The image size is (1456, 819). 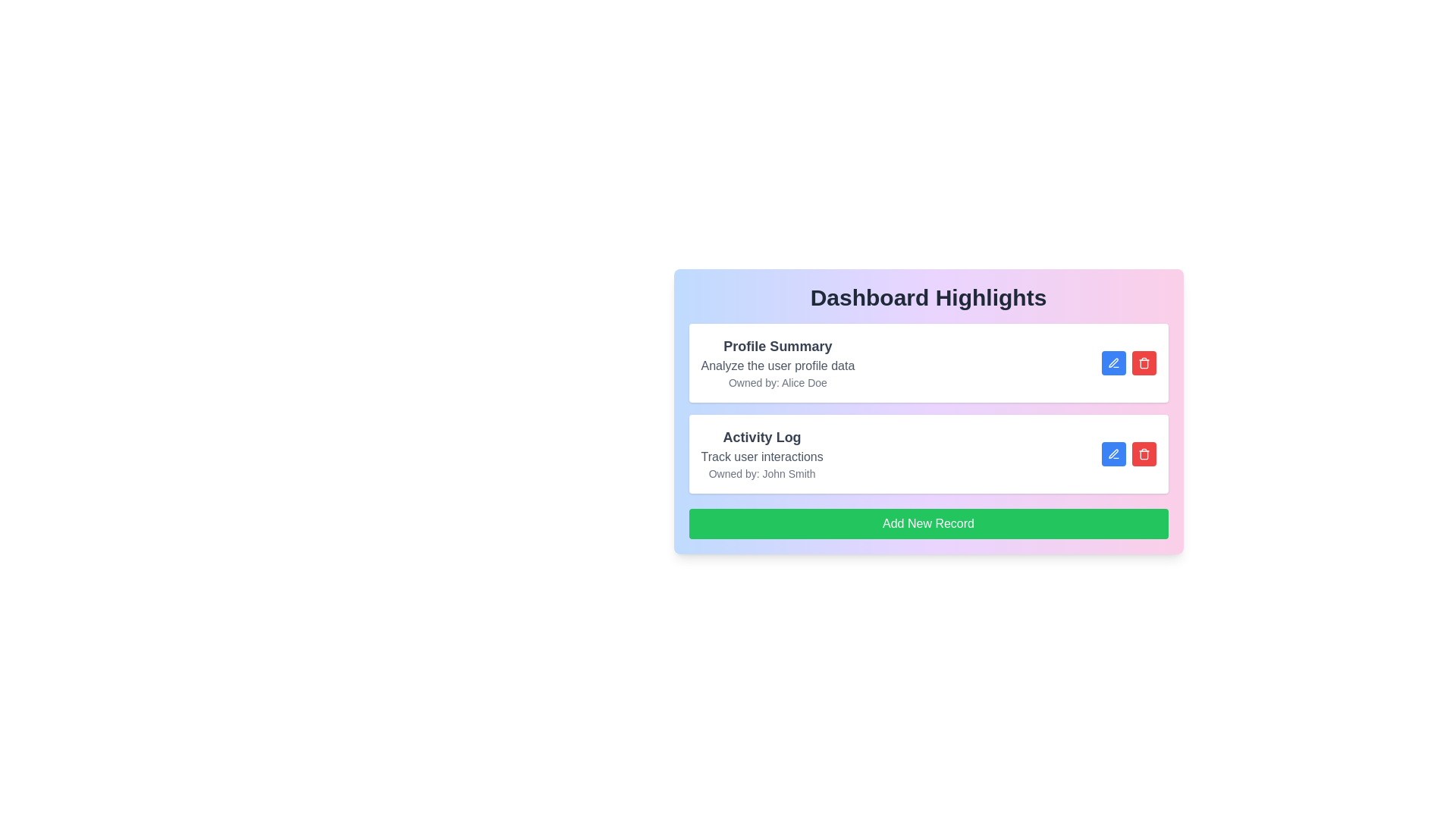 What do you see at coordinates (1144, 362) in the screenshot?
I see `the red trash can icon located inside a circular button in the 'Activity Log' row of the 'Dashboard Highlights' section` at bounding box center [1144, 362].